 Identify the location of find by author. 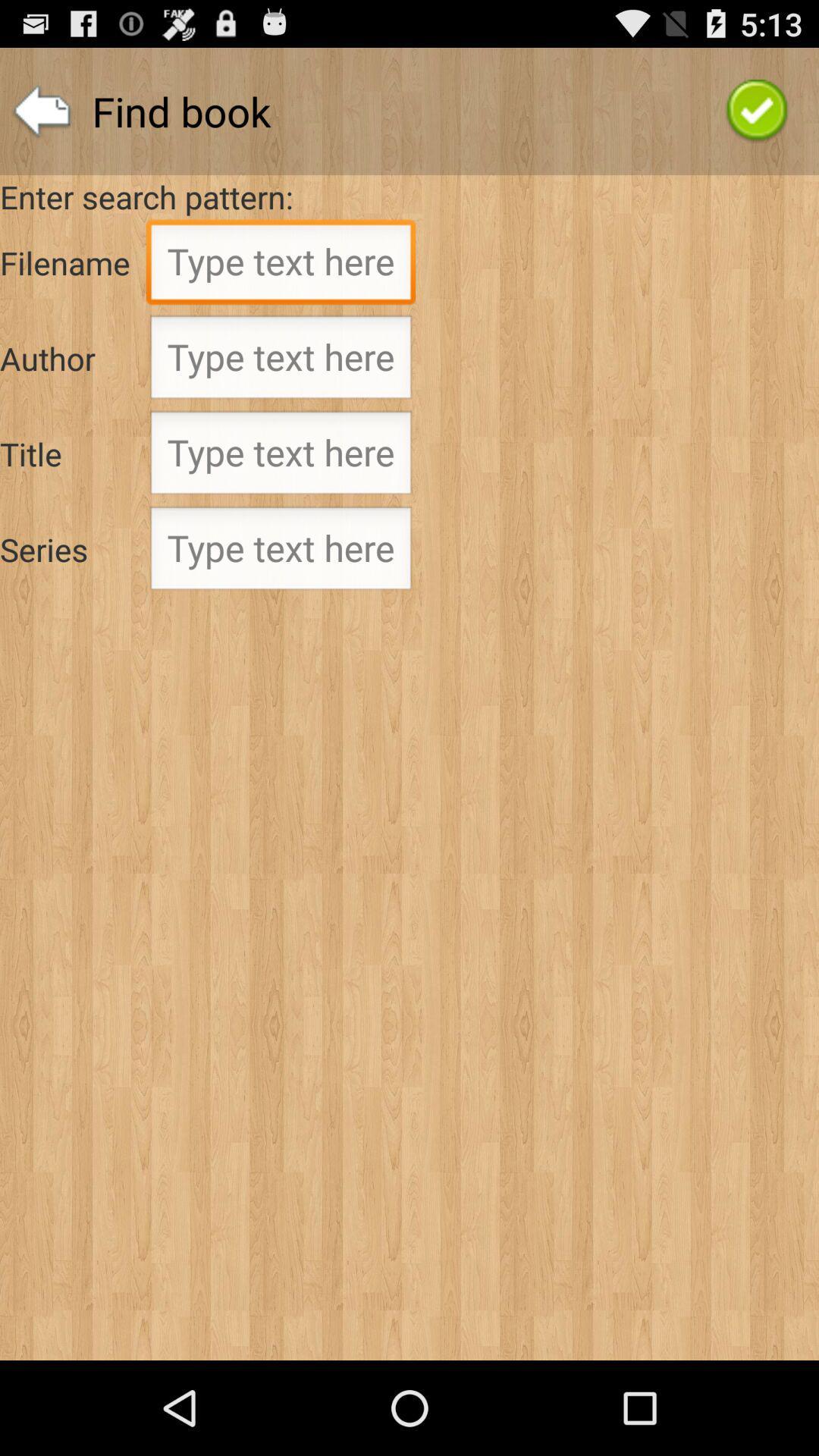
(281, 360).